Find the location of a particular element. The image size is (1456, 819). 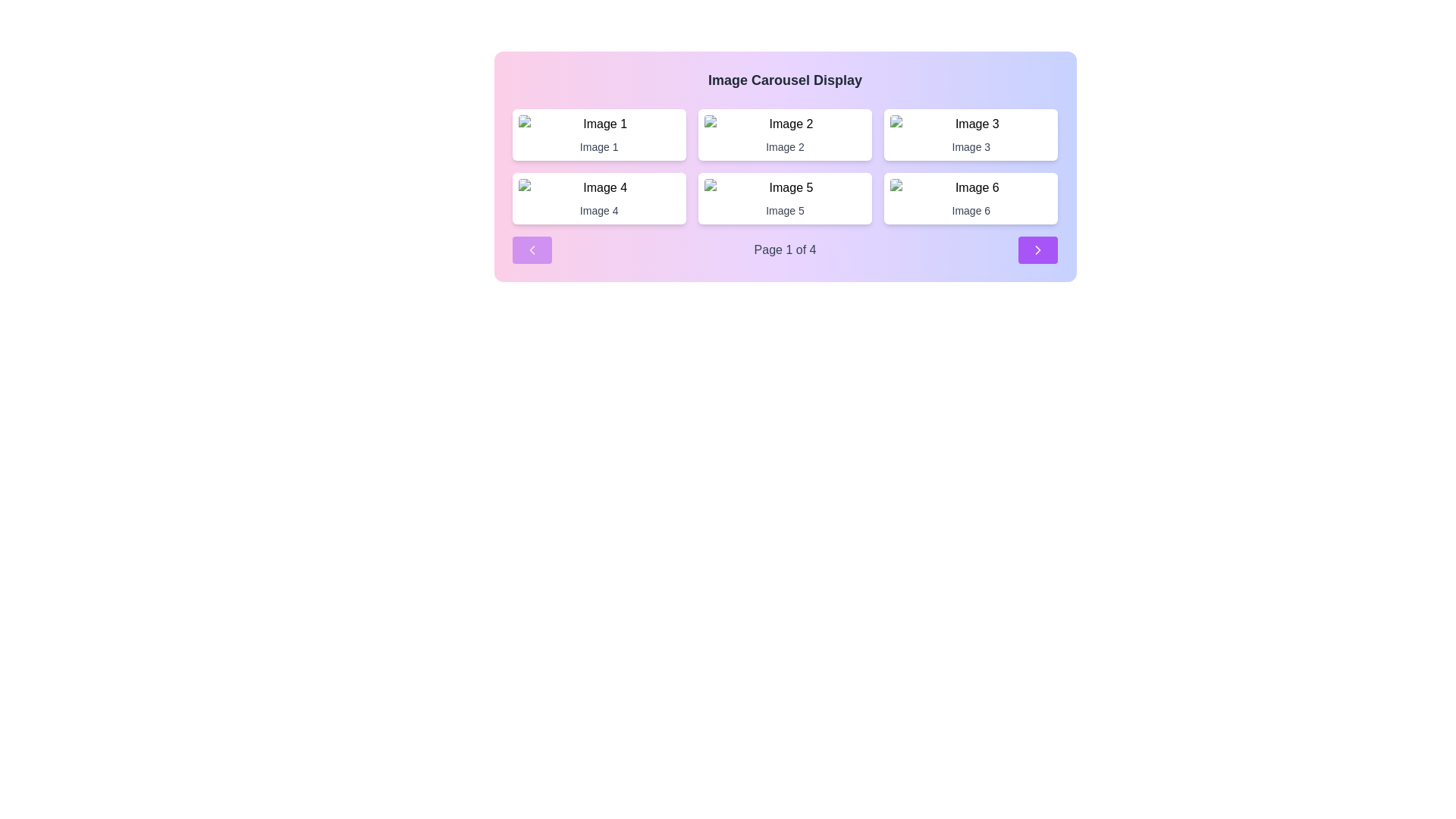

the Text Label that serves as a descriptive label for the associated image above it, positioned beneath the image thumbnail labeled 'Image 4' is located at coordinates (598, 210).